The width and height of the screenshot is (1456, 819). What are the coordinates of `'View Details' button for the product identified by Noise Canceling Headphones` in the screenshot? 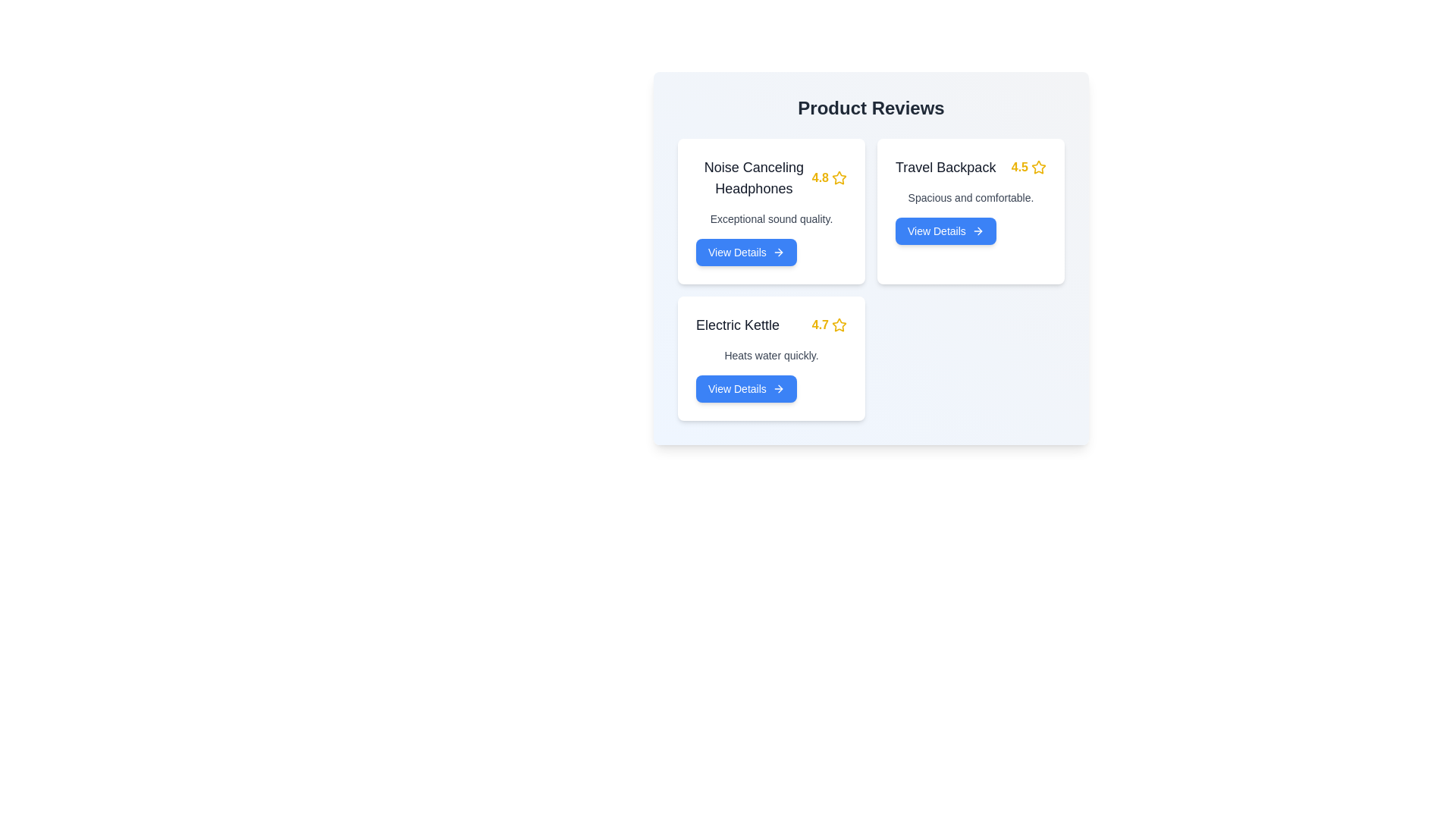 It's located at (746, 251).